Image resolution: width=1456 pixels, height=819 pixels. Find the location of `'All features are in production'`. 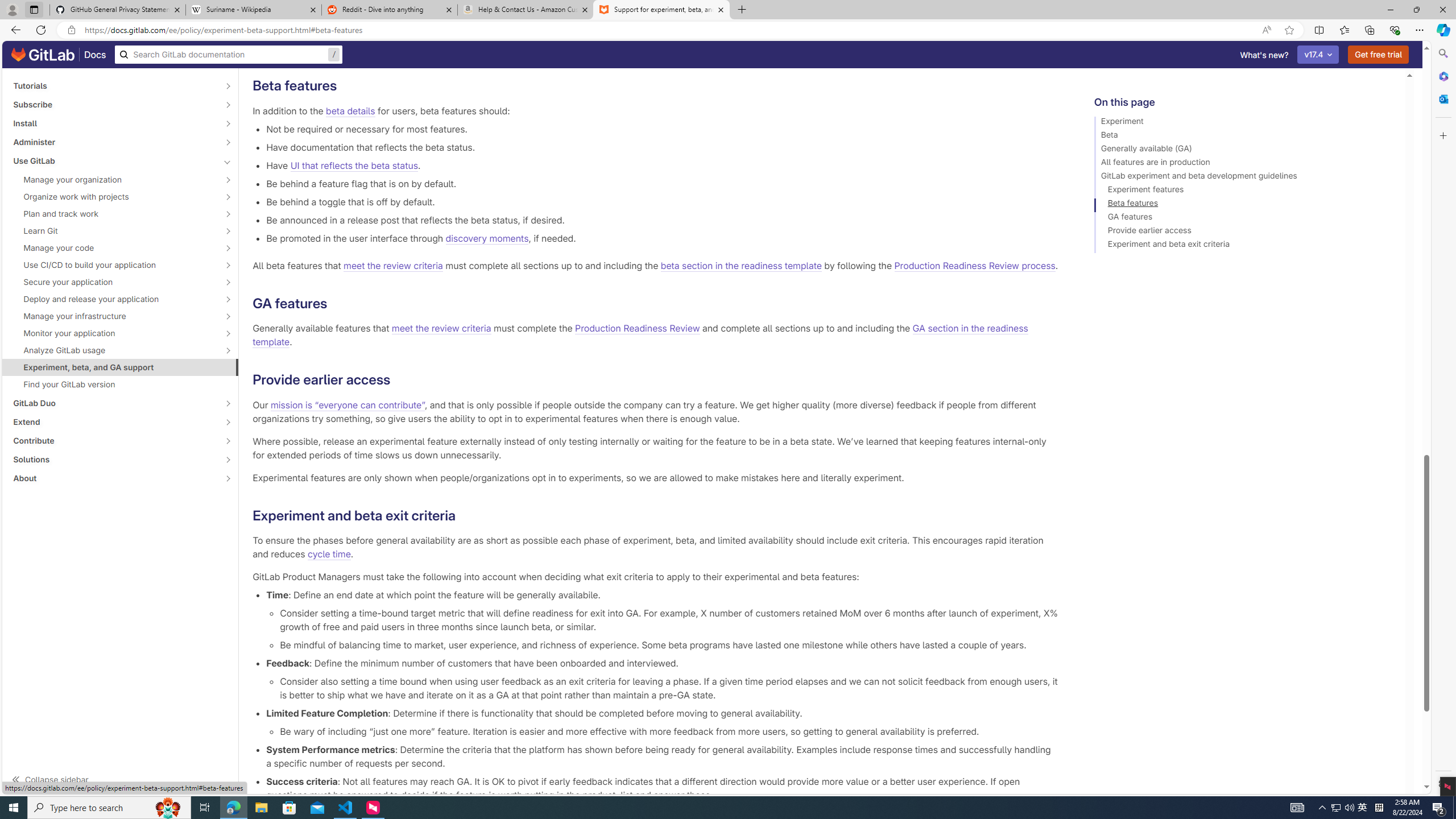

'All features are in production' is located at coordinates (1244, 163).